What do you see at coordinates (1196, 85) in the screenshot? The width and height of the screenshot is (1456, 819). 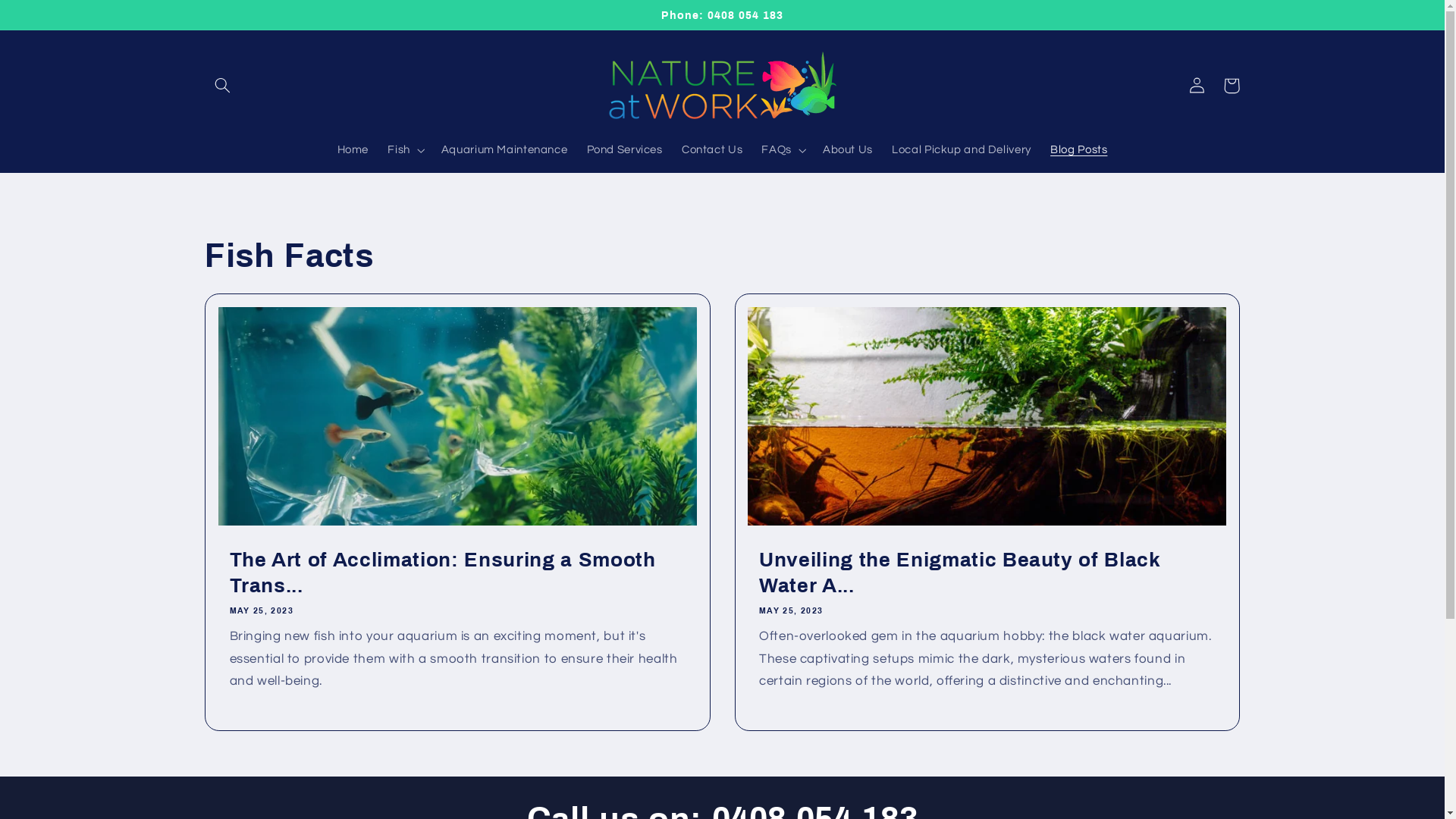 I see `'Log in'` at bounding box center [1196, 85].